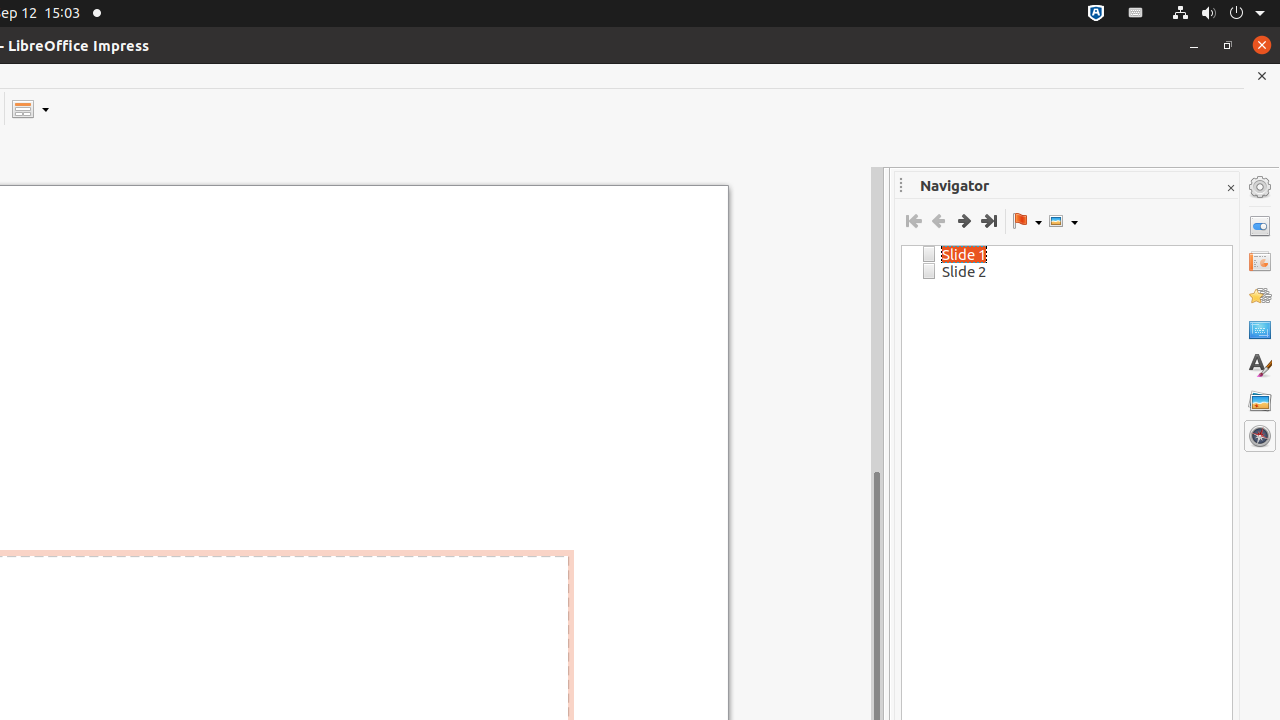 This screenshot has height=720, width=1280. I want to click on 'Master Slides', so click(1259, 329).